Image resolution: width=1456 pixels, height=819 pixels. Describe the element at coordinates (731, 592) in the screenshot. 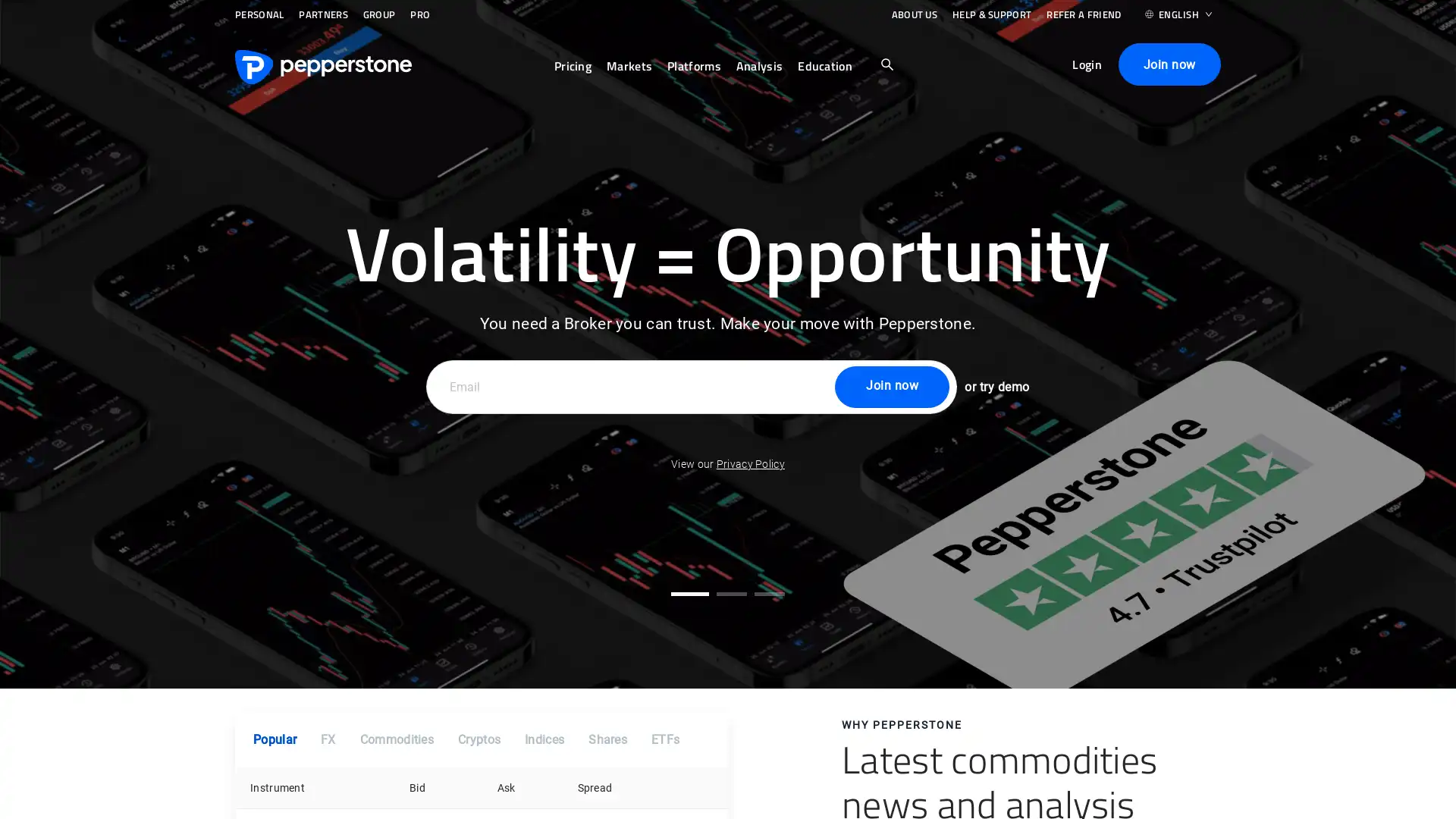

I see `2` at that location.